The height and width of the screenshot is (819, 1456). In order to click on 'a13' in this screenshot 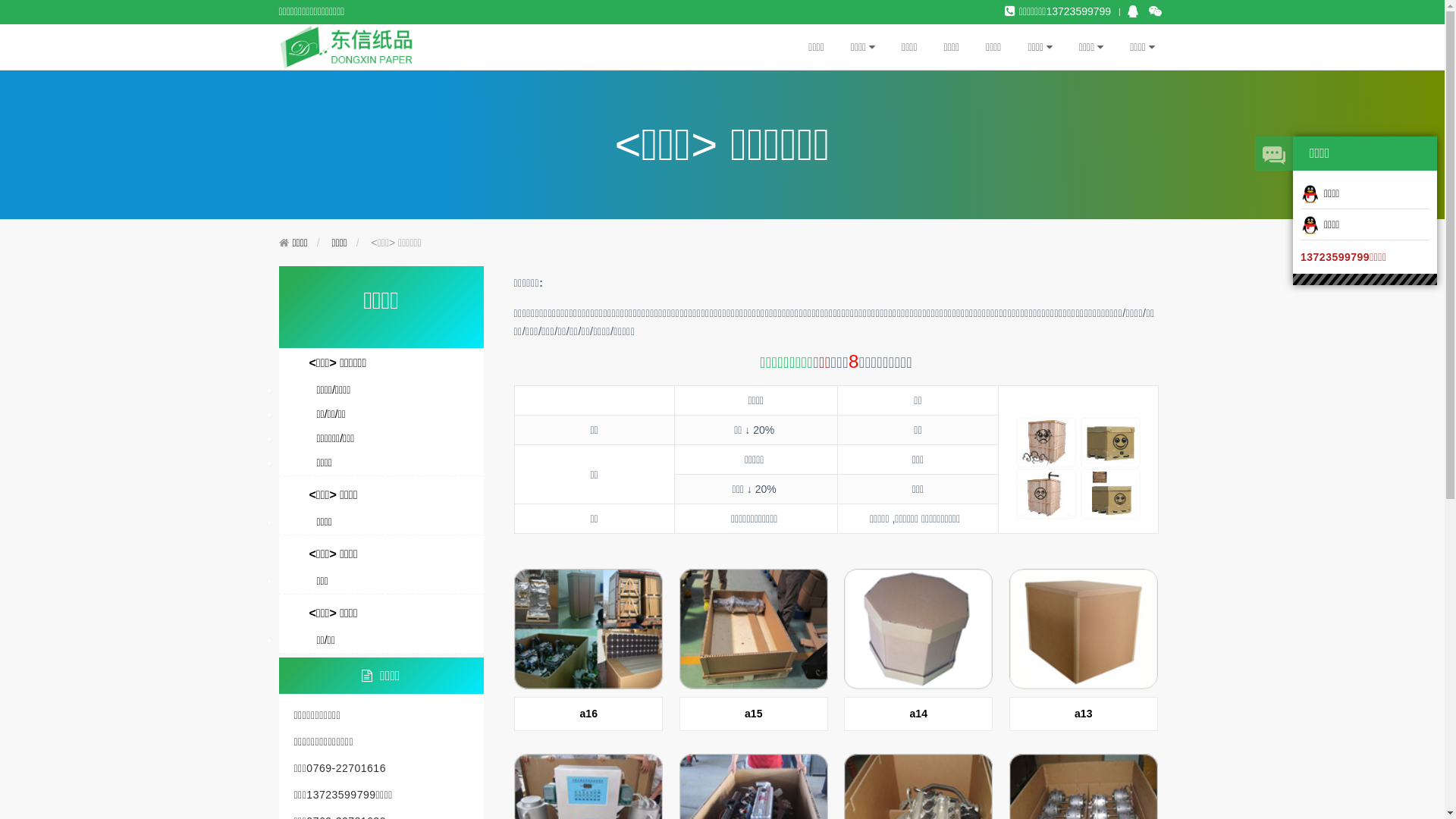, I will do `click(1083, 652)`.